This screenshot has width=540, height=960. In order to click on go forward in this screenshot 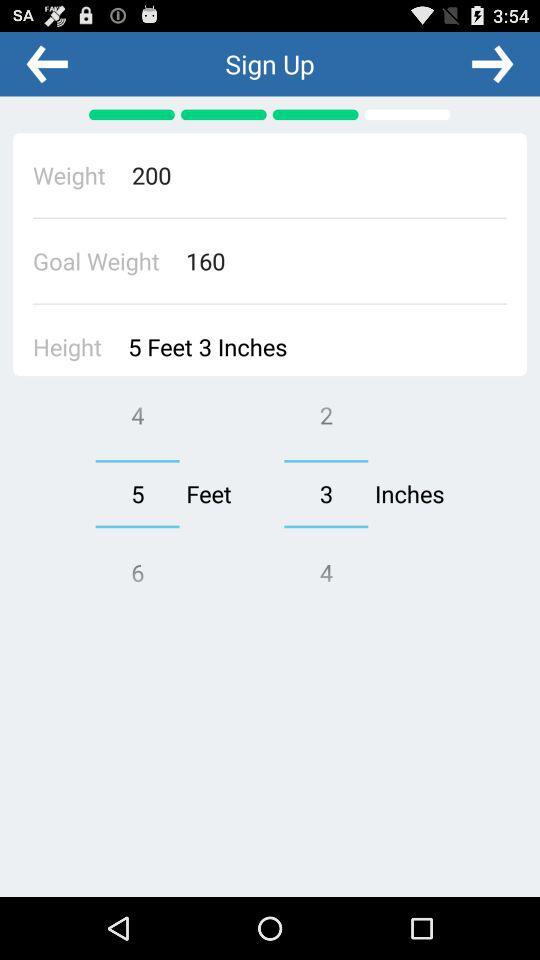, I will do `click(491, 63)`.